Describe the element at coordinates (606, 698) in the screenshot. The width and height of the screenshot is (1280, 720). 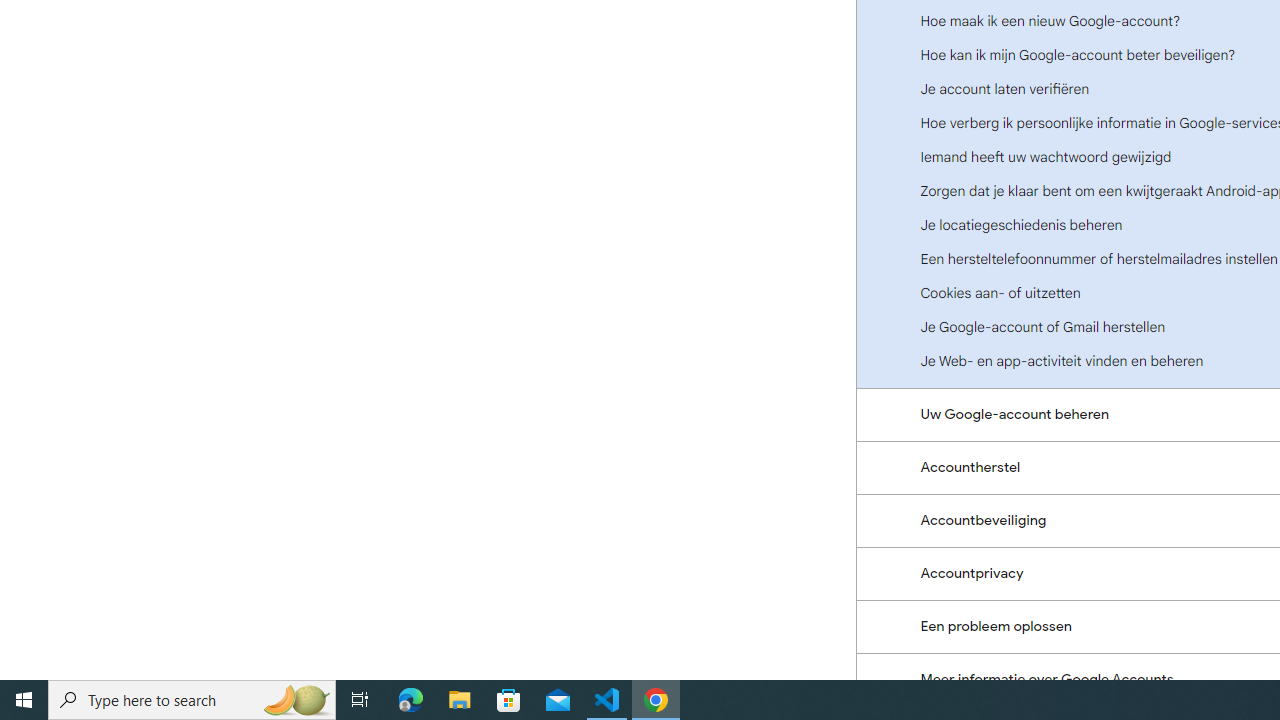
I see `'Visual Studio Code - 1 running window'` at that location.